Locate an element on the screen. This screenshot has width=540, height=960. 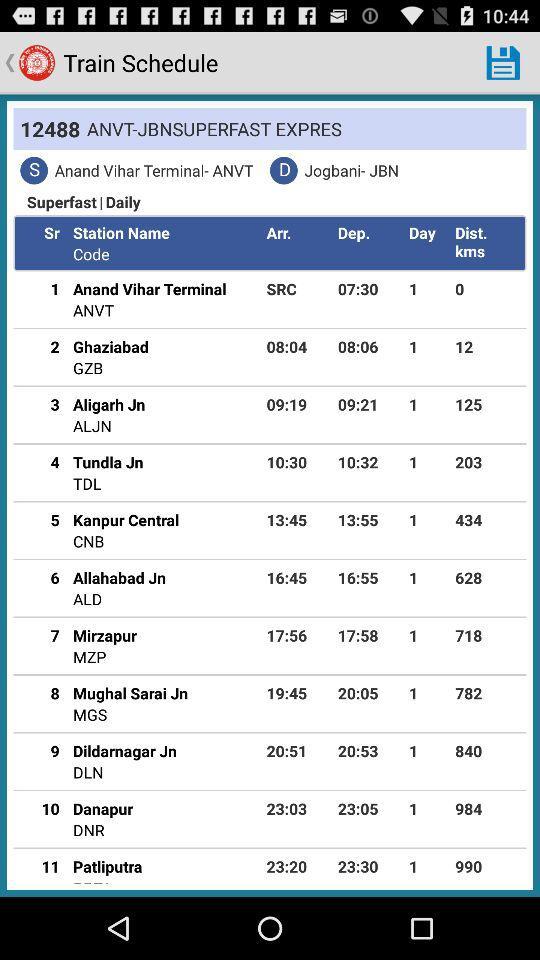
the app above the 628 icon is located at coordinates (486, 518).